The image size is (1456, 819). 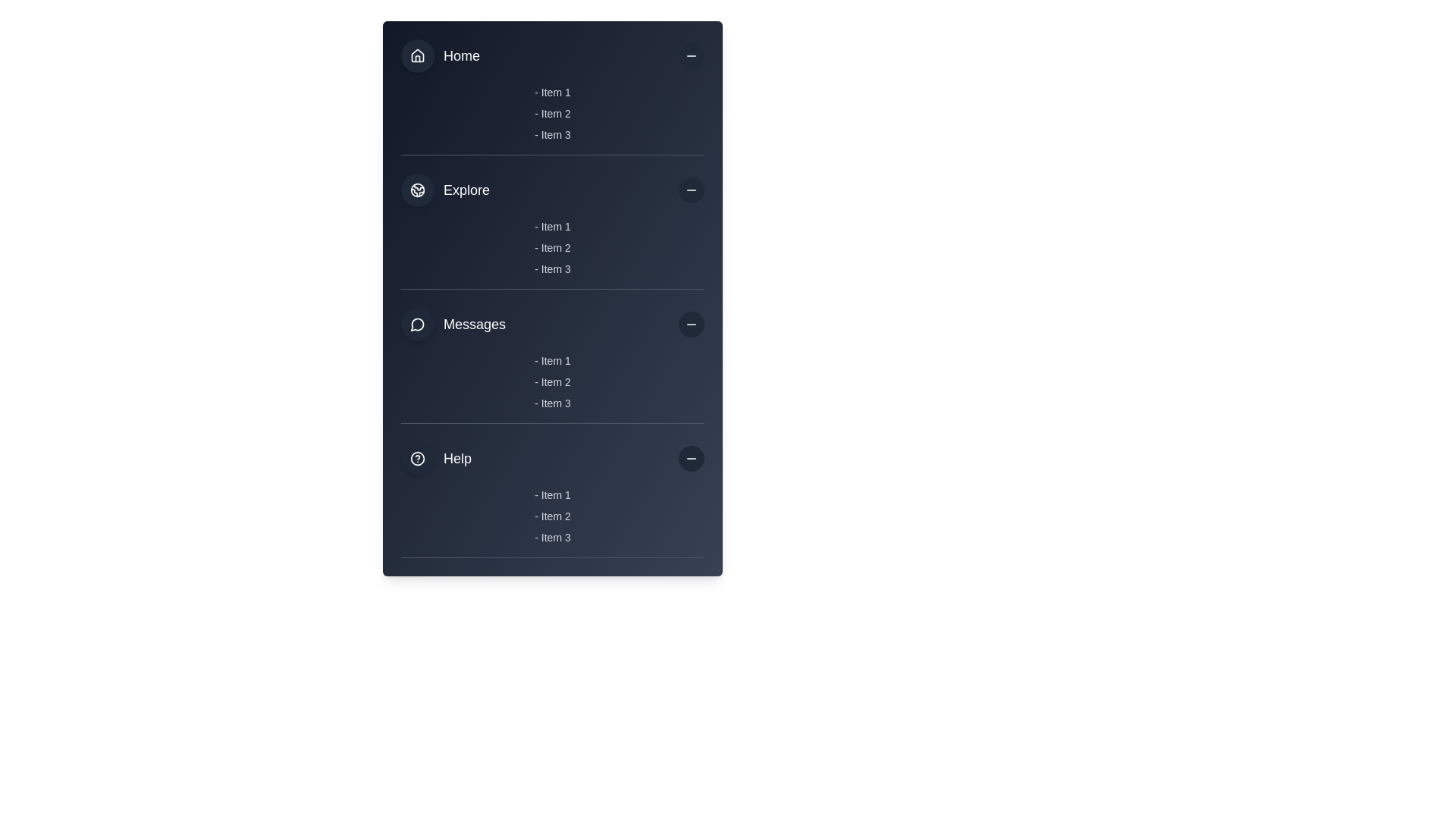 What do you see at coordinates (418, 55) in the screenshot?
I see `the house icon in the sidebar menu that is adjacent to the 'Home' label` at bounding box center [418, 55].